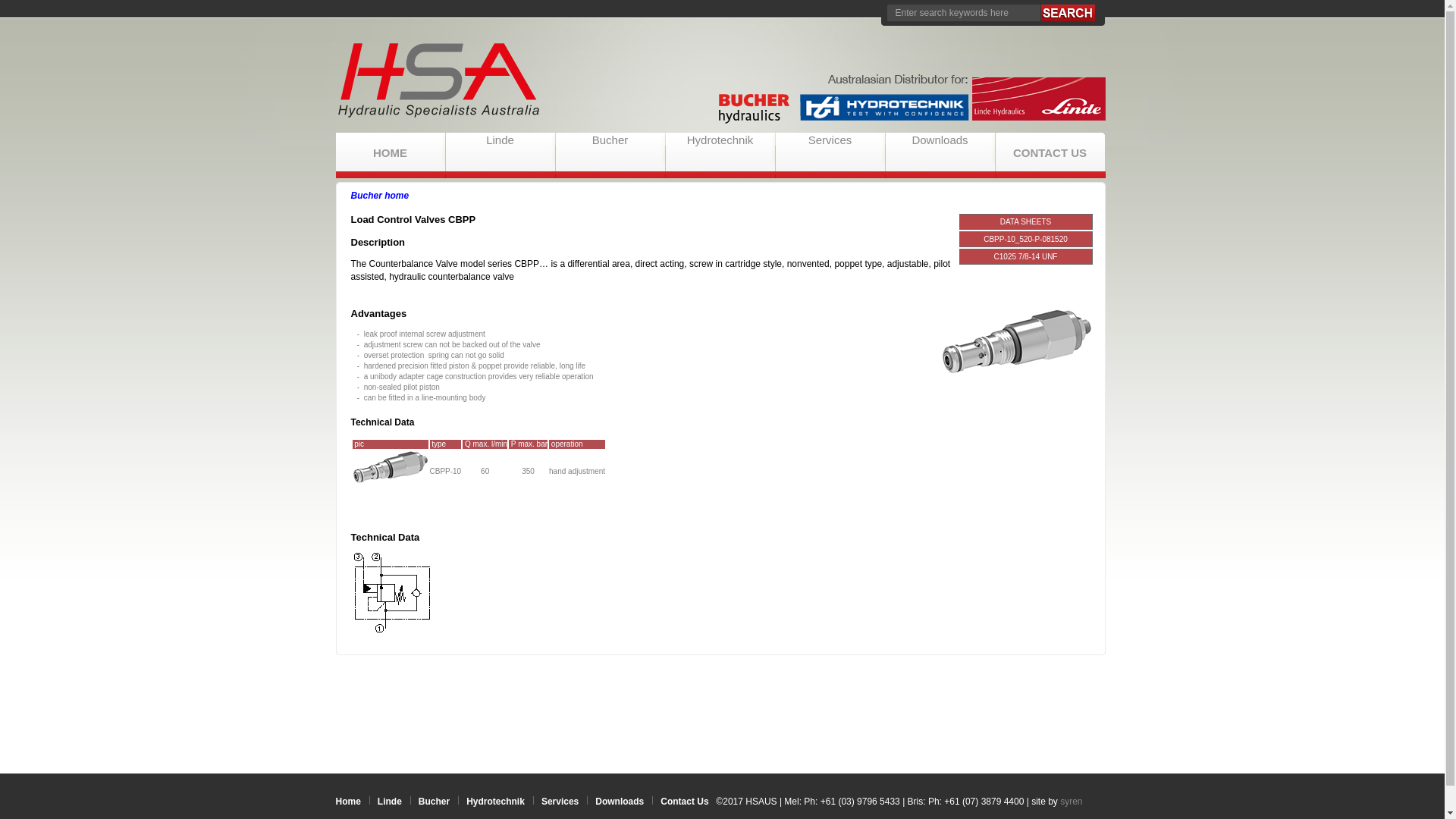 Image resolution: width=1456 pixels, height=819 pixels. Describe the element at coordinates (1048, 152) in the screenshot. I see `'CONTACT US'` at that location.